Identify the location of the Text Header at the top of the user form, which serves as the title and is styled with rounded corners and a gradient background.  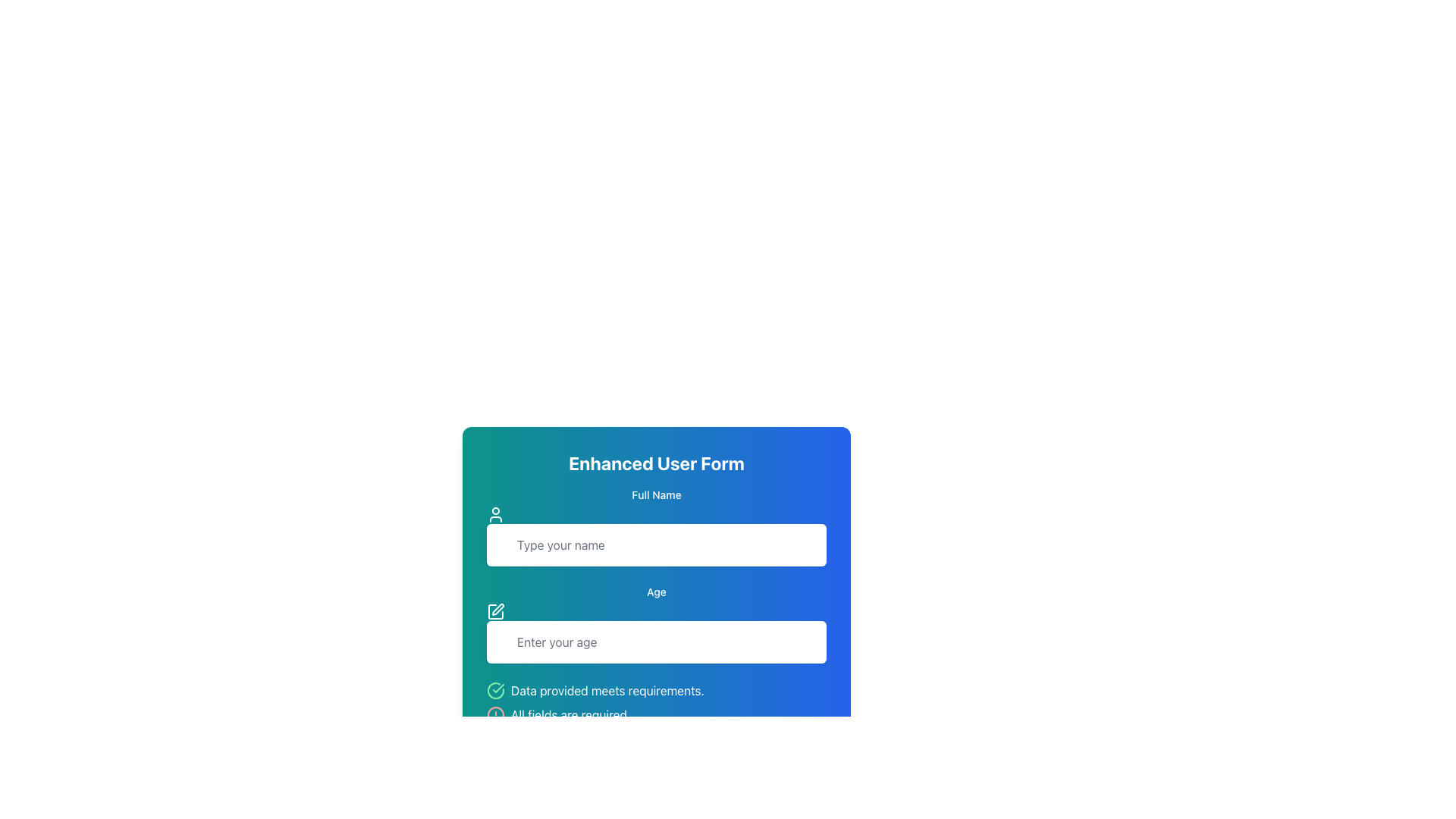
(656, 462).